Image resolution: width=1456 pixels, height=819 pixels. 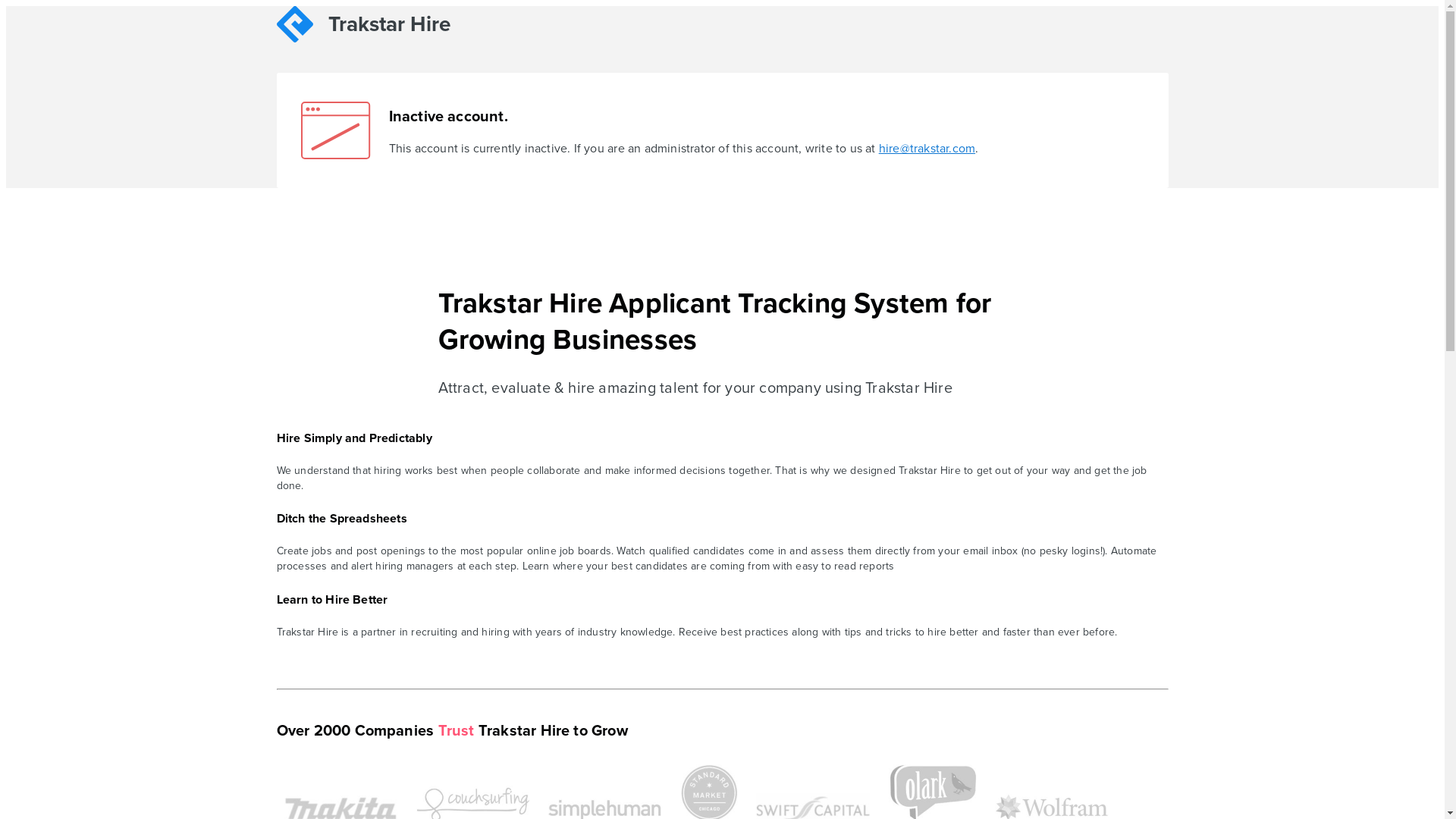 I want to click on 'Trakstar Hire', so click(x=384, y=27).